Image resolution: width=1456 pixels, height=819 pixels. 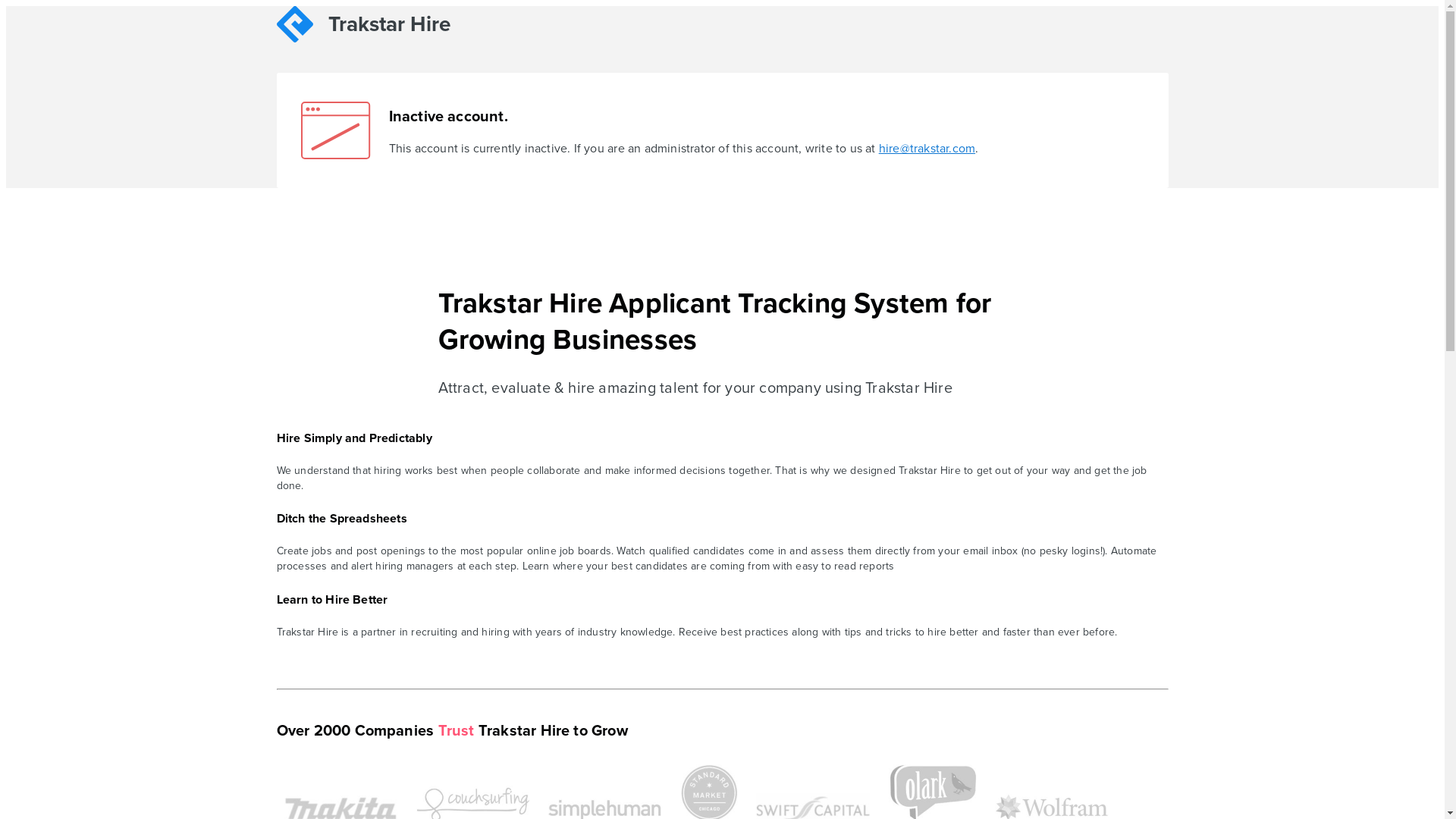 I want to click on 'Trakstar Hire', so click(x=384, y=27).